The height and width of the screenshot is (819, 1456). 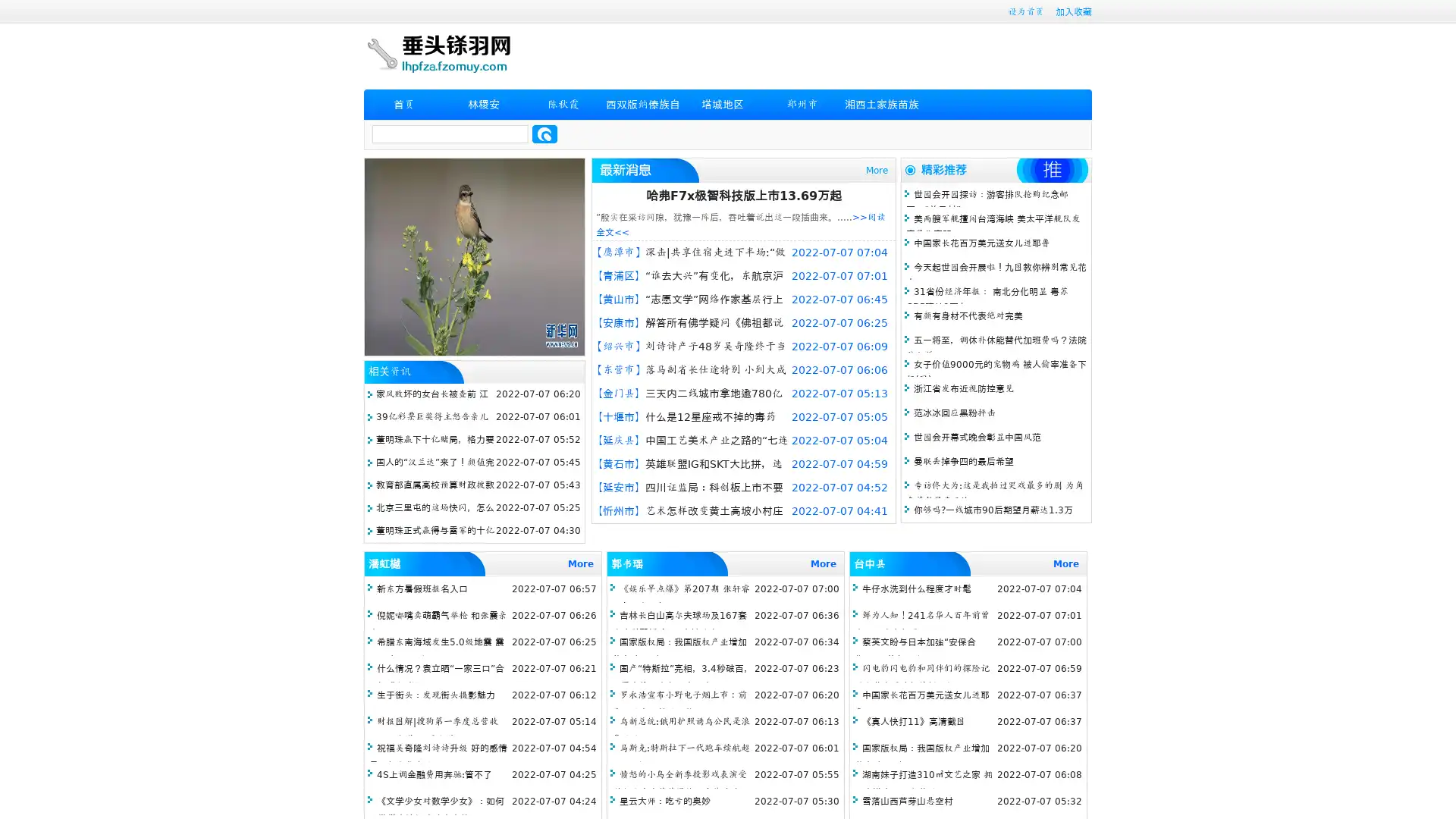 What do you see at coordinates (544, 133) in the screenshot?
I see `Search` at bounding box center [544, 133].